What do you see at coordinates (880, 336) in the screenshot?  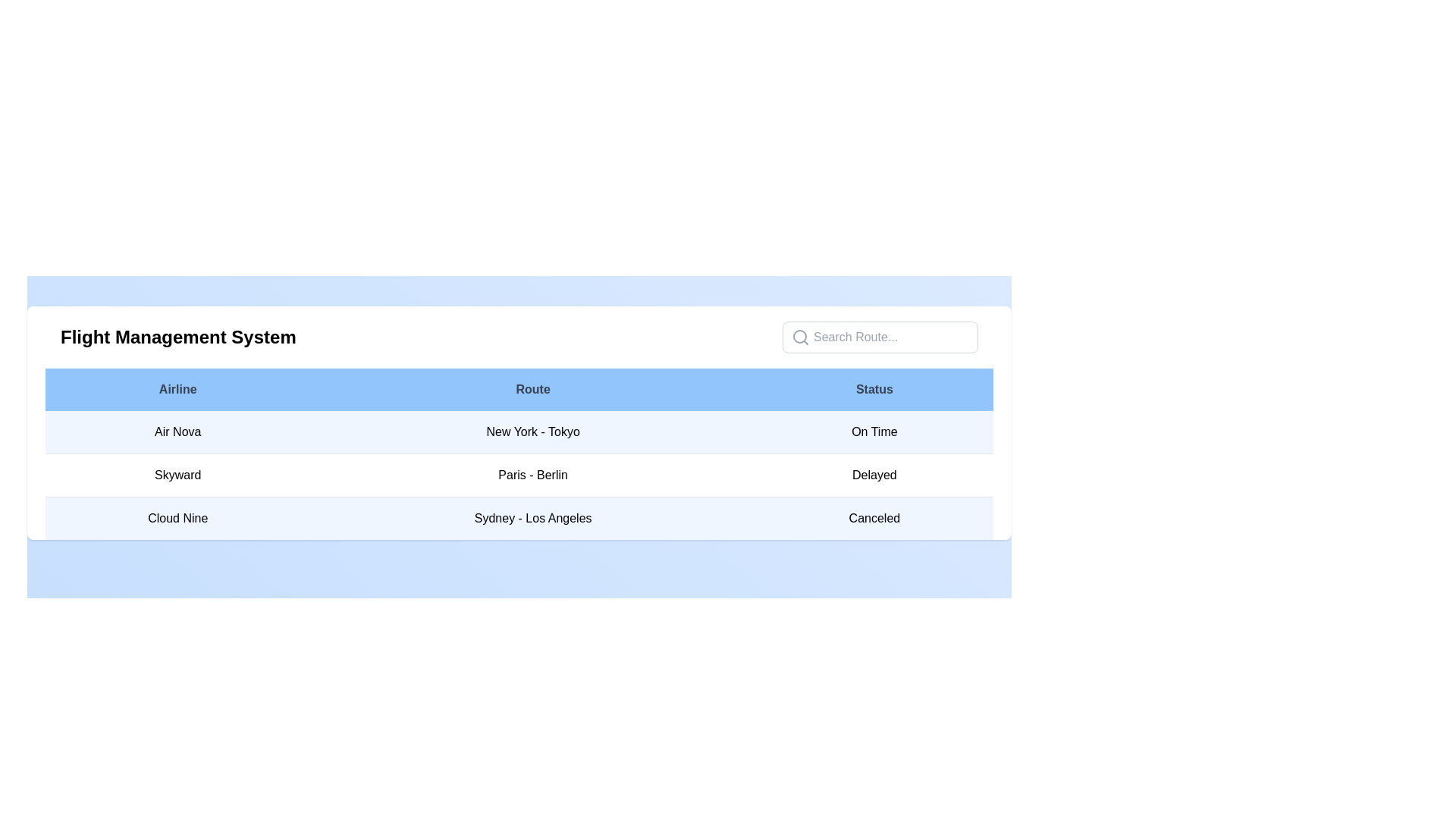 I see `inside the text input field for search functionality in the Flight Management System header to place the cursor` at bounding box center [880, 336].